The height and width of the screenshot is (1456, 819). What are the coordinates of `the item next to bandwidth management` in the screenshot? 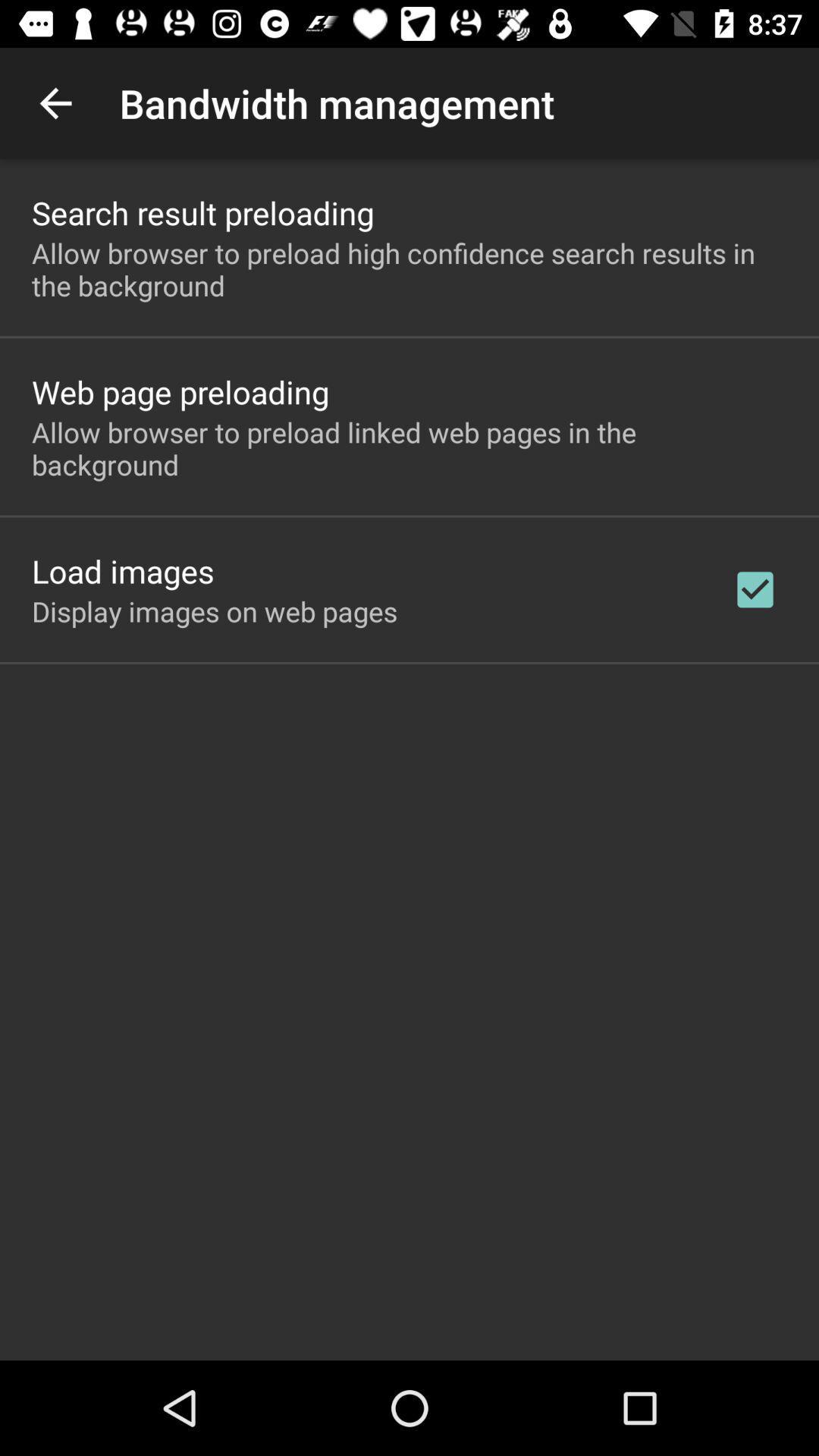 It's located at (55, 102).